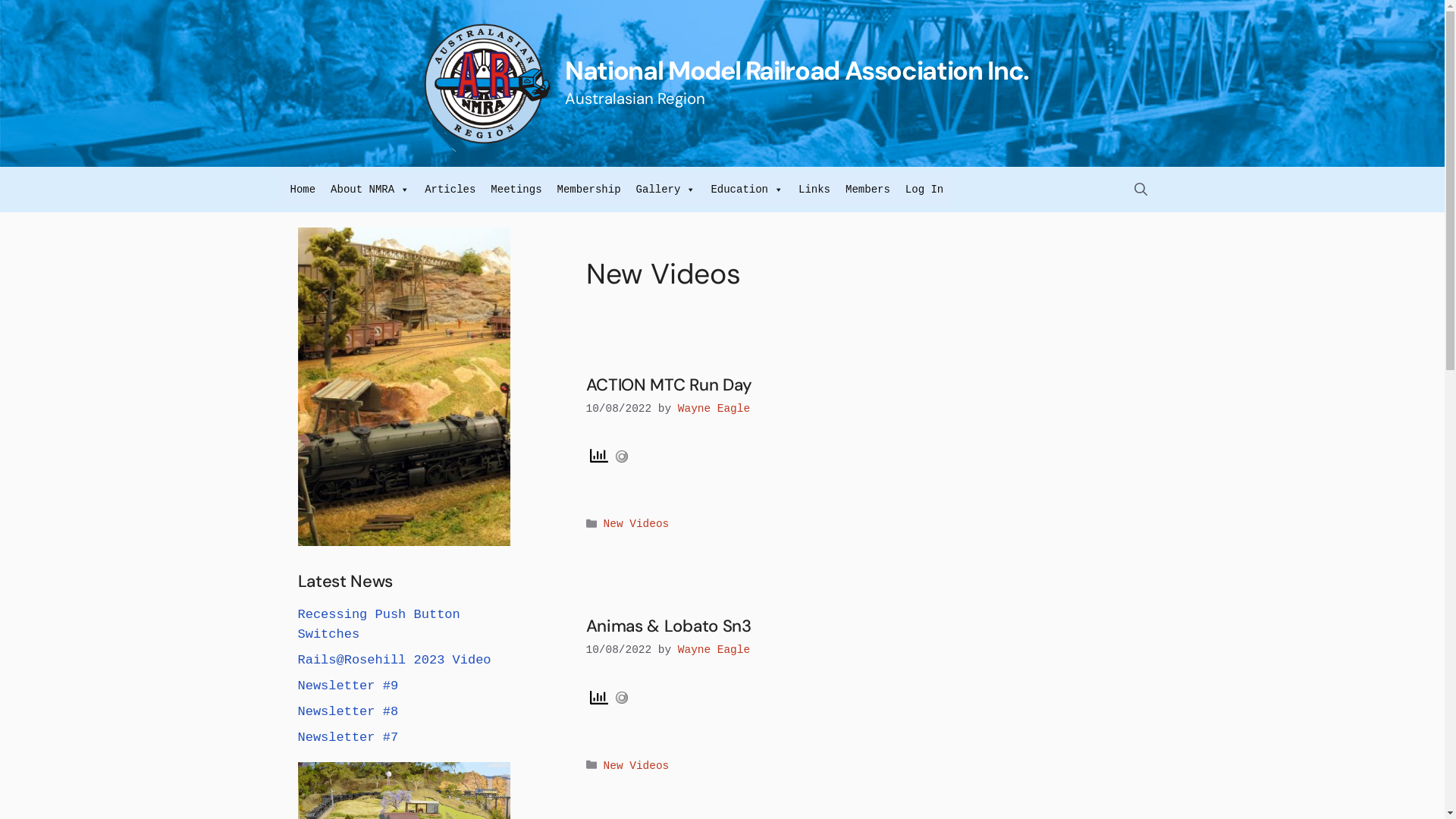  Describe the element at coordinates (297, 624) in the screenshot. I see `'Recessing Push Button Switches'` at that location.